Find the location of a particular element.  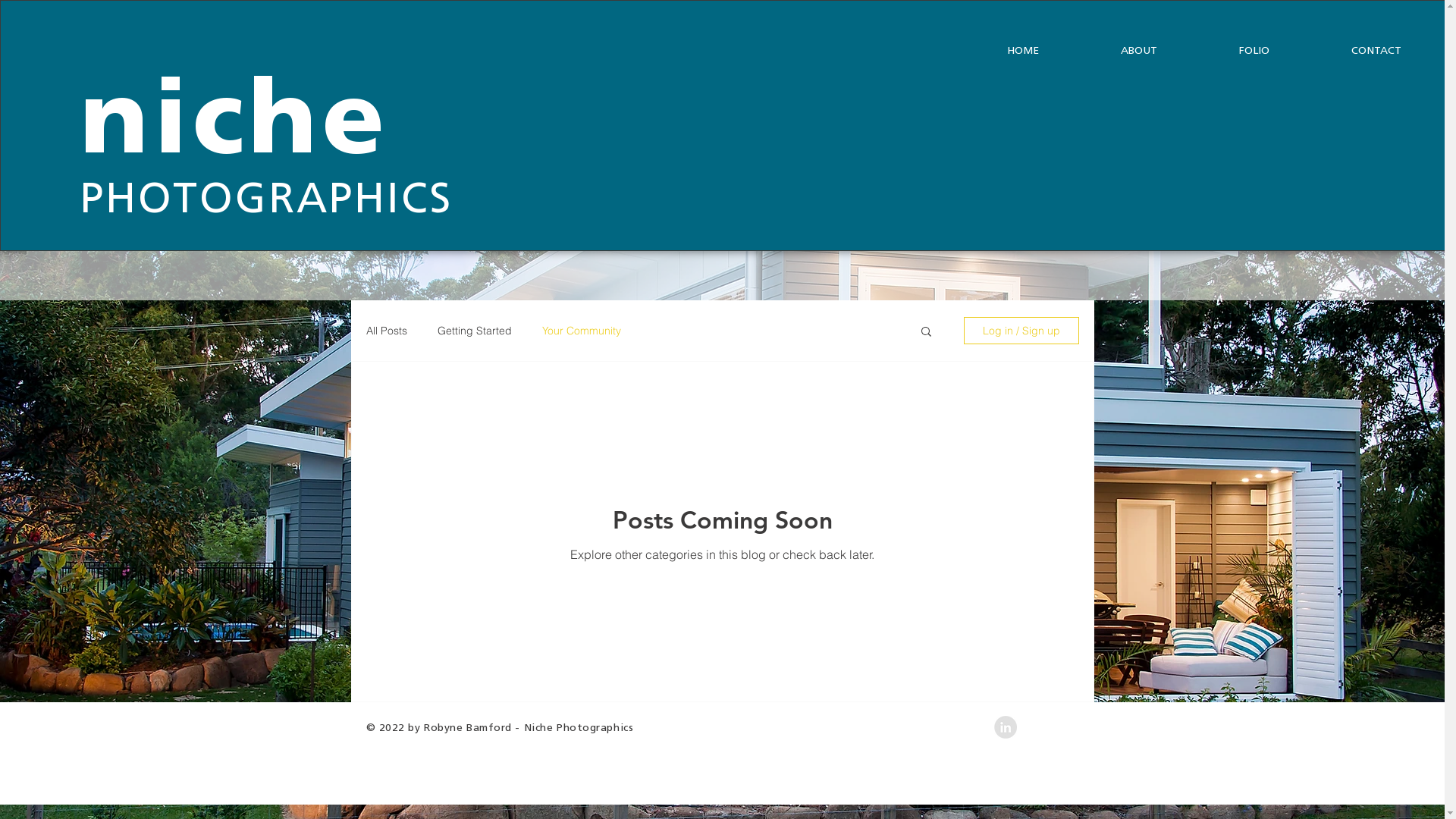

'CONTACT' is located at coordinates (1310, 49).